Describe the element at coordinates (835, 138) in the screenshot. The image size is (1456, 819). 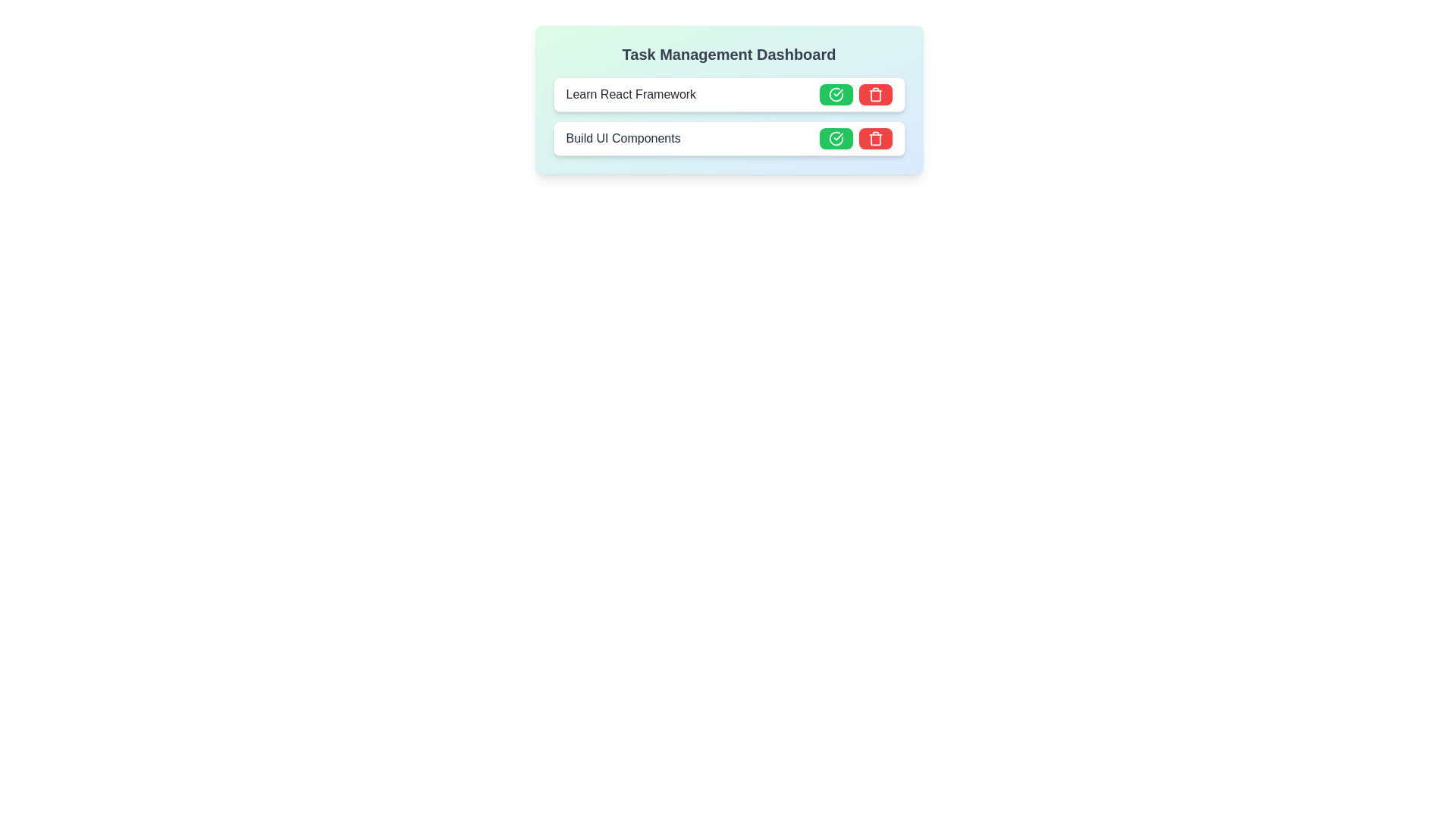
I see `the circular green icon with a white outline and checkmark inside, located in the second row of the task management dashboard, next to 'Build UI Components', to mark the task as done` at that location.